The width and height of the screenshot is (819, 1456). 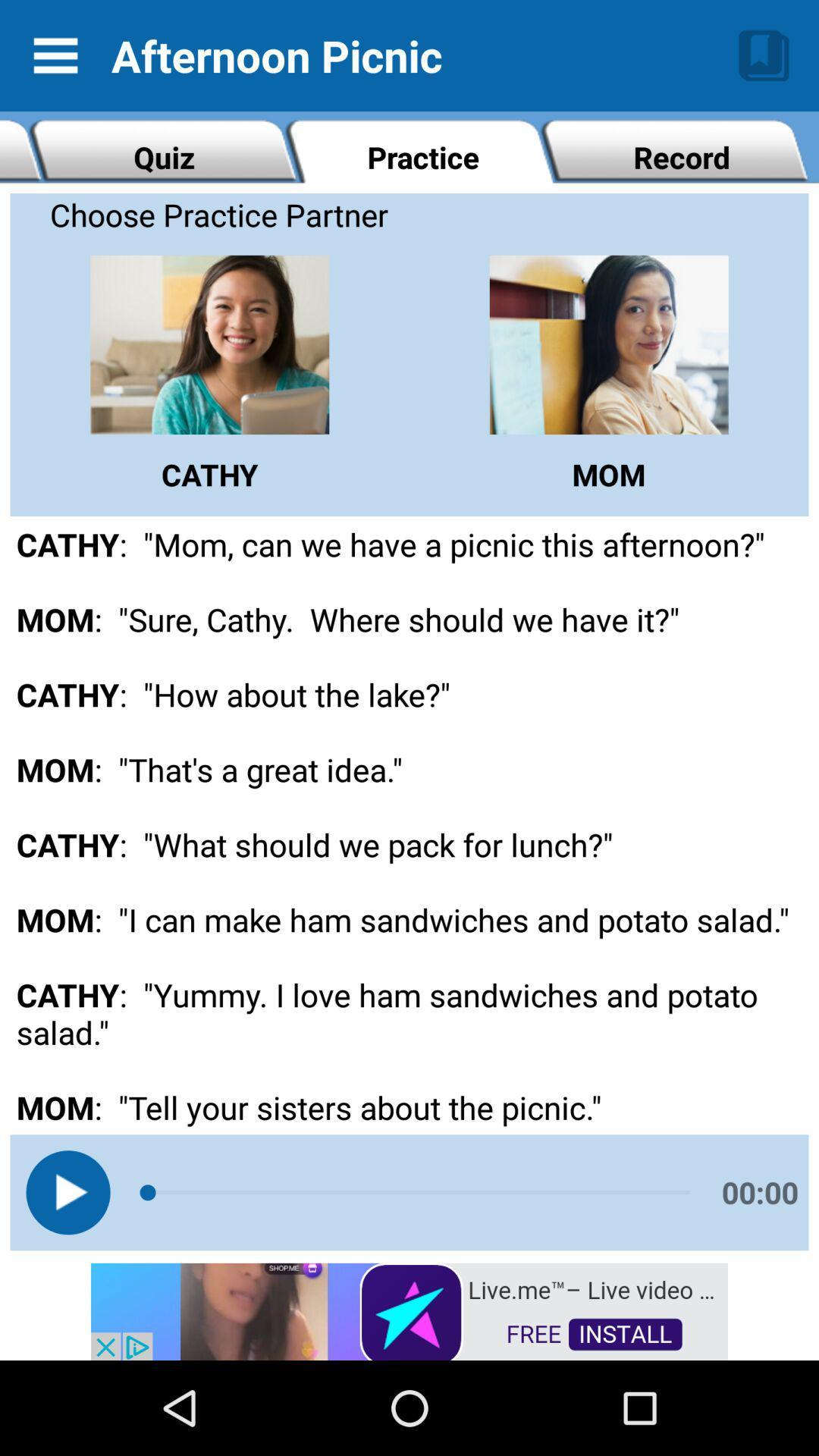 I want to click on listen to the audio, so click(x=67, y=1191).